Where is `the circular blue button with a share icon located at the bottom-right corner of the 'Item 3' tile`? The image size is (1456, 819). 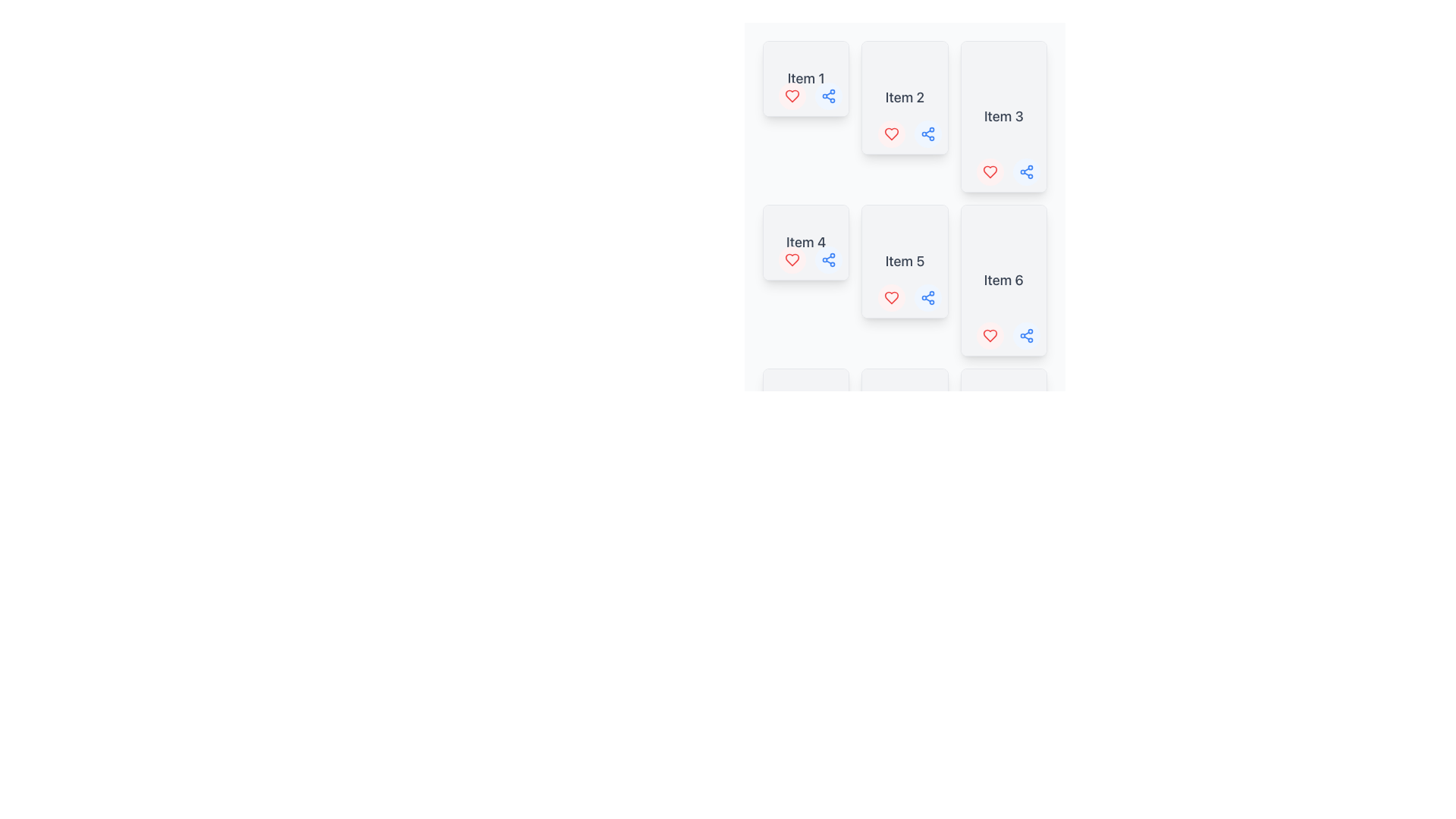 the circular blue button with a share icon located at the bottom-right corner of the 'Item 3' tile is located at coordinates (1026, 171).